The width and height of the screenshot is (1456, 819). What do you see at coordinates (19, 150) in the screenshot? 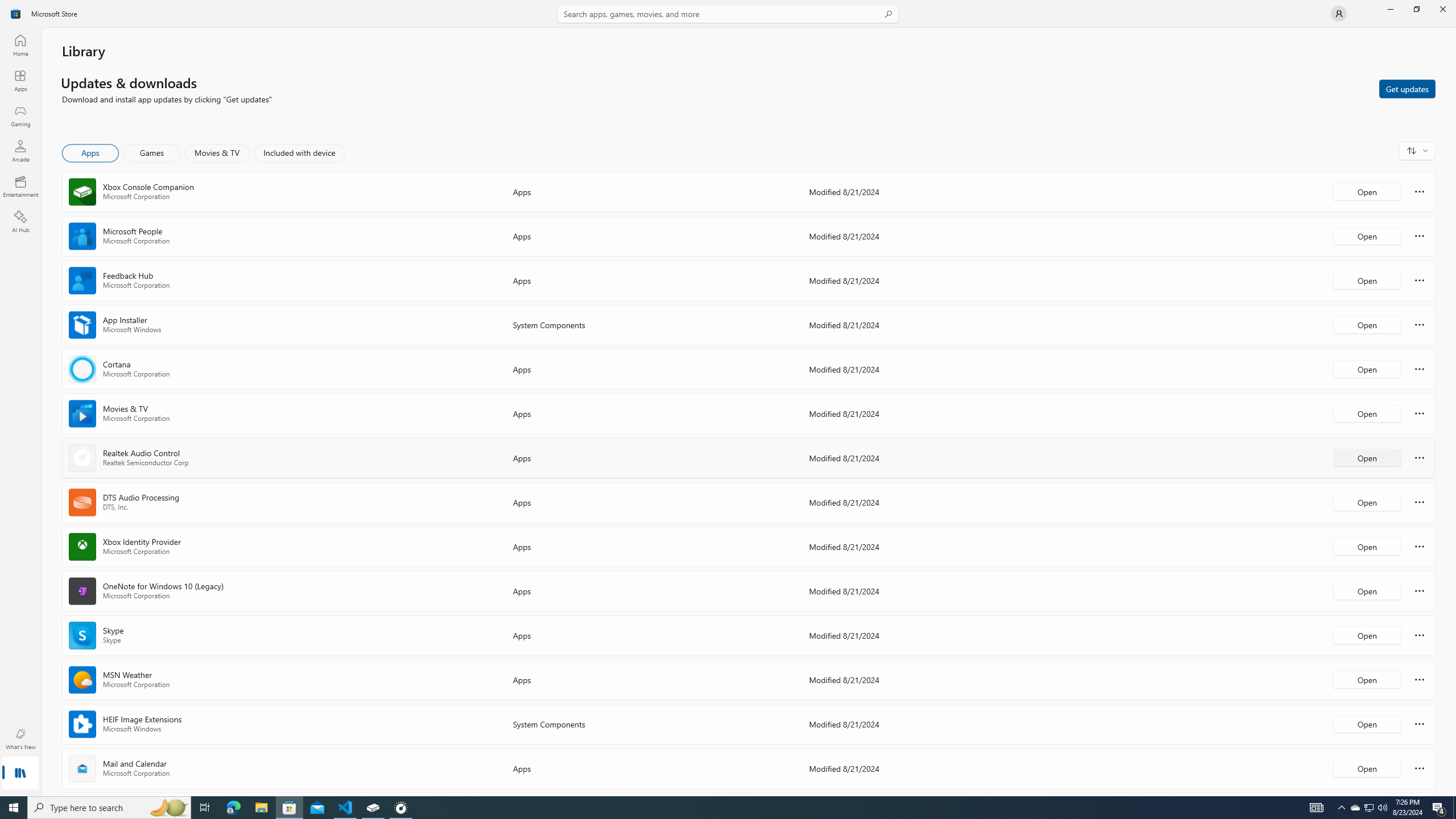
I see `'Arcade'` at bounding box center [19, 150].